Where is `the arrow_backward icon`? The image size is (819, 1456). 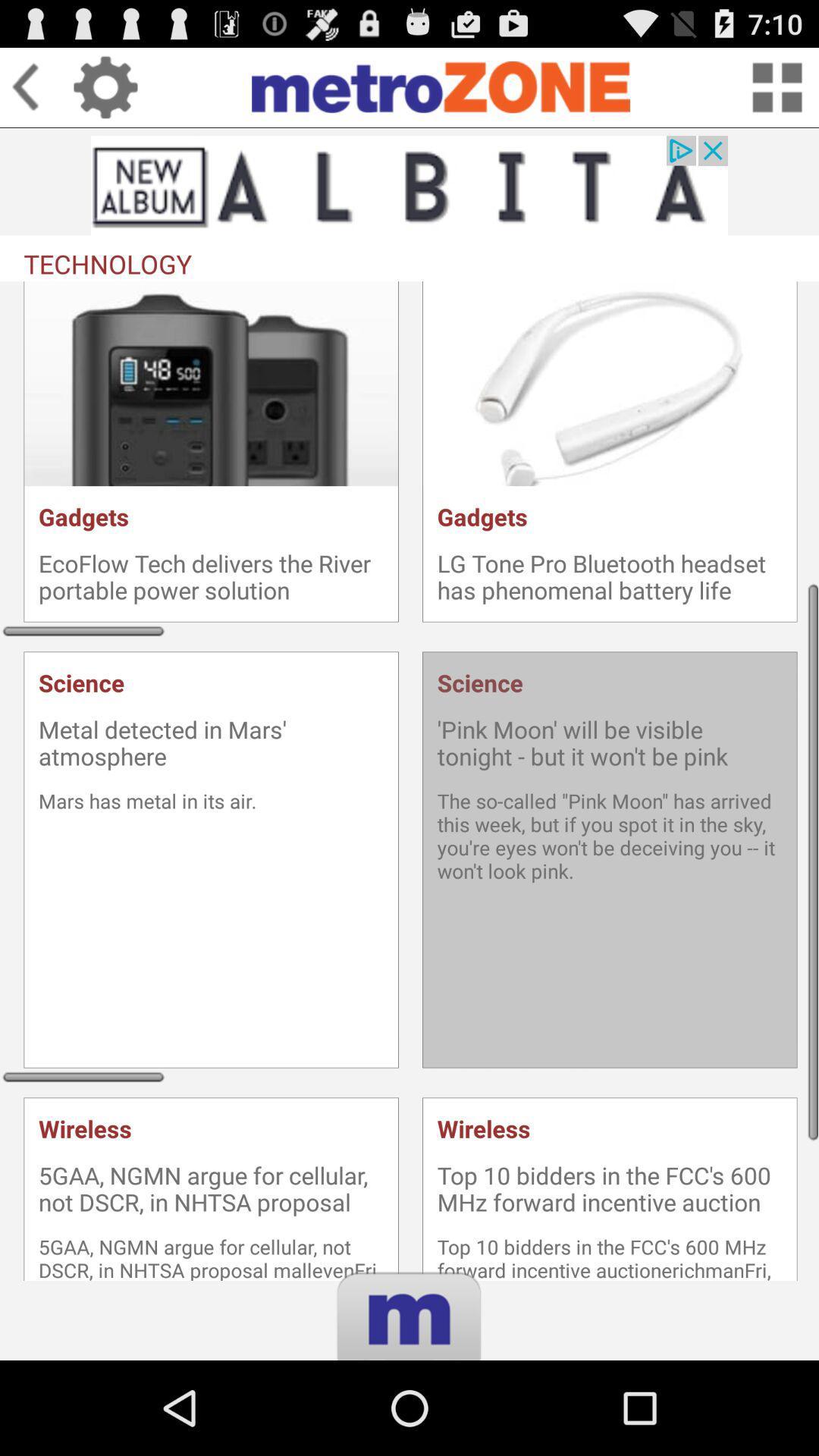
the arrow_backward icon is located at coordinates (41, 93).